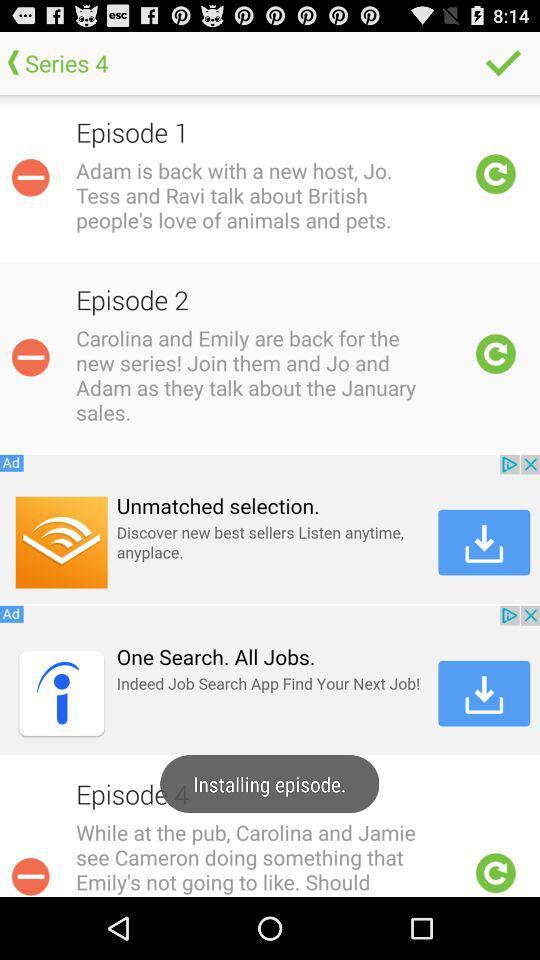 Image resolution: width=540 pixels, height=960 pixels. I want to click on advertiser site, so click(270, 680).